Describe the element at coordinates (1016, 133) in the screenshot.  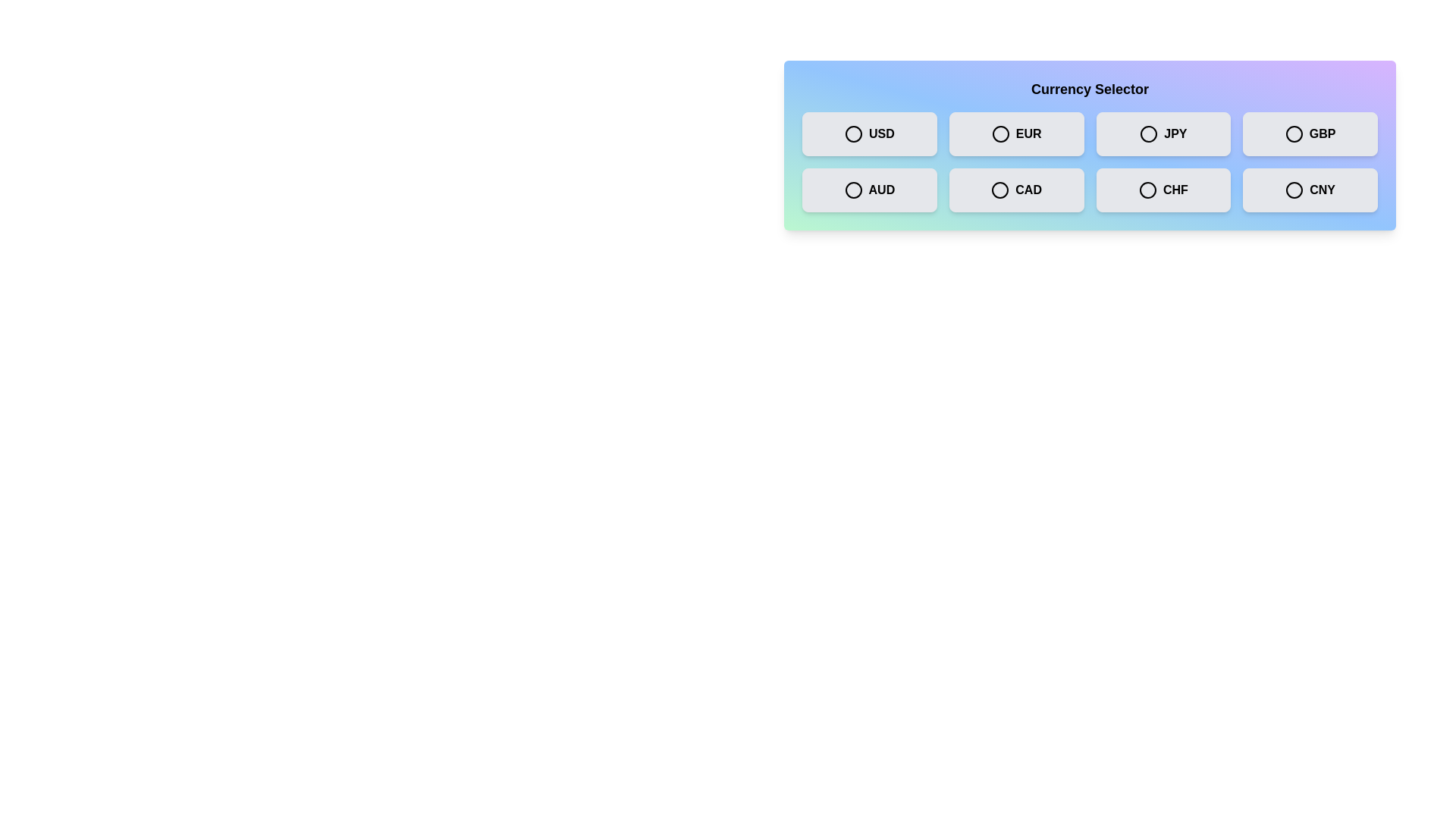
I see `the currency box labeled EUR to observe the hover effect` at that location.